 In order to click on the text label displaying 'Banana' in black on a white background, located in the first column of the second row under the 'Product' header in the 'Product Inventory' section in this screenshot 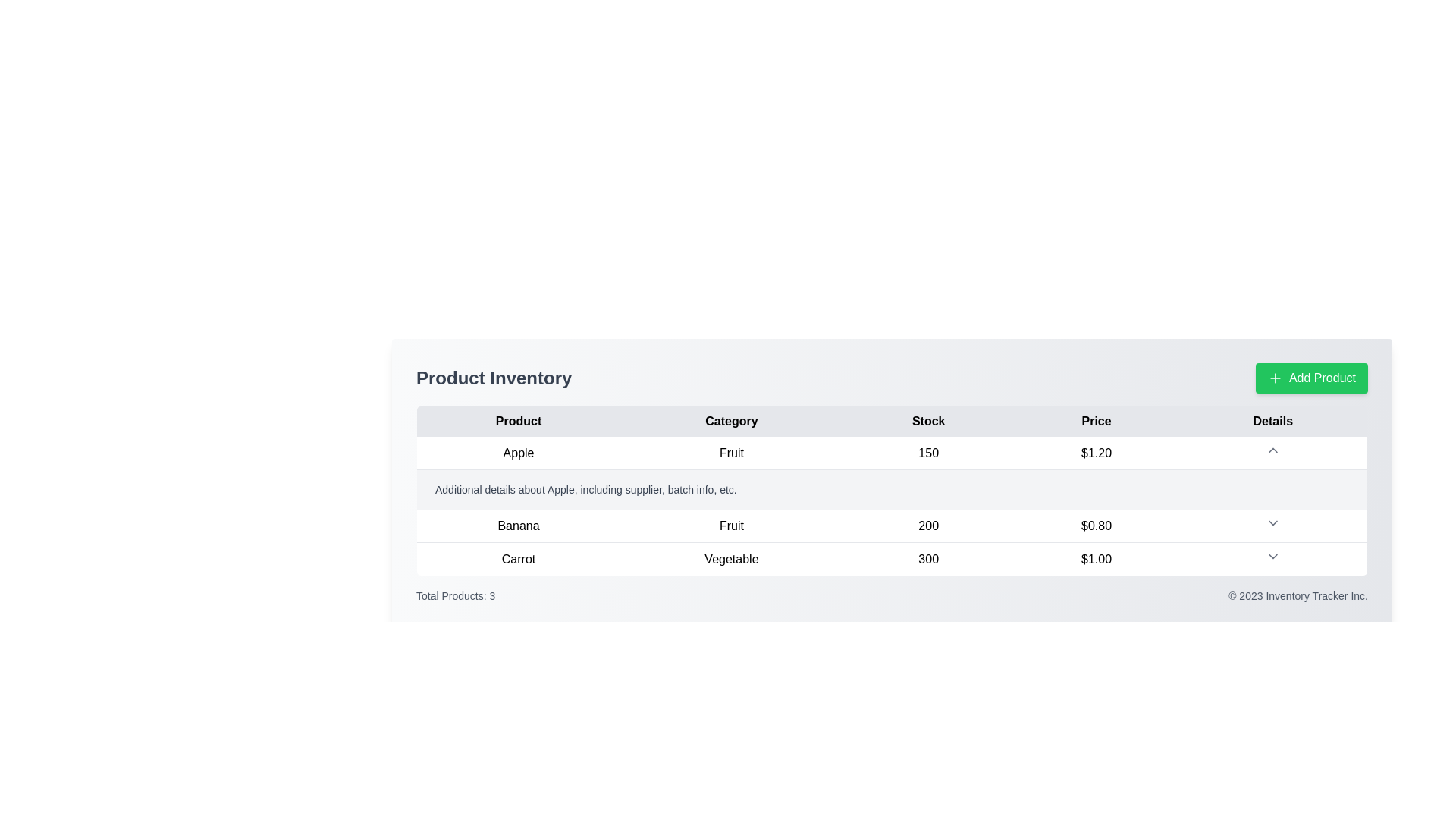, I will do `click(518, 525)`.